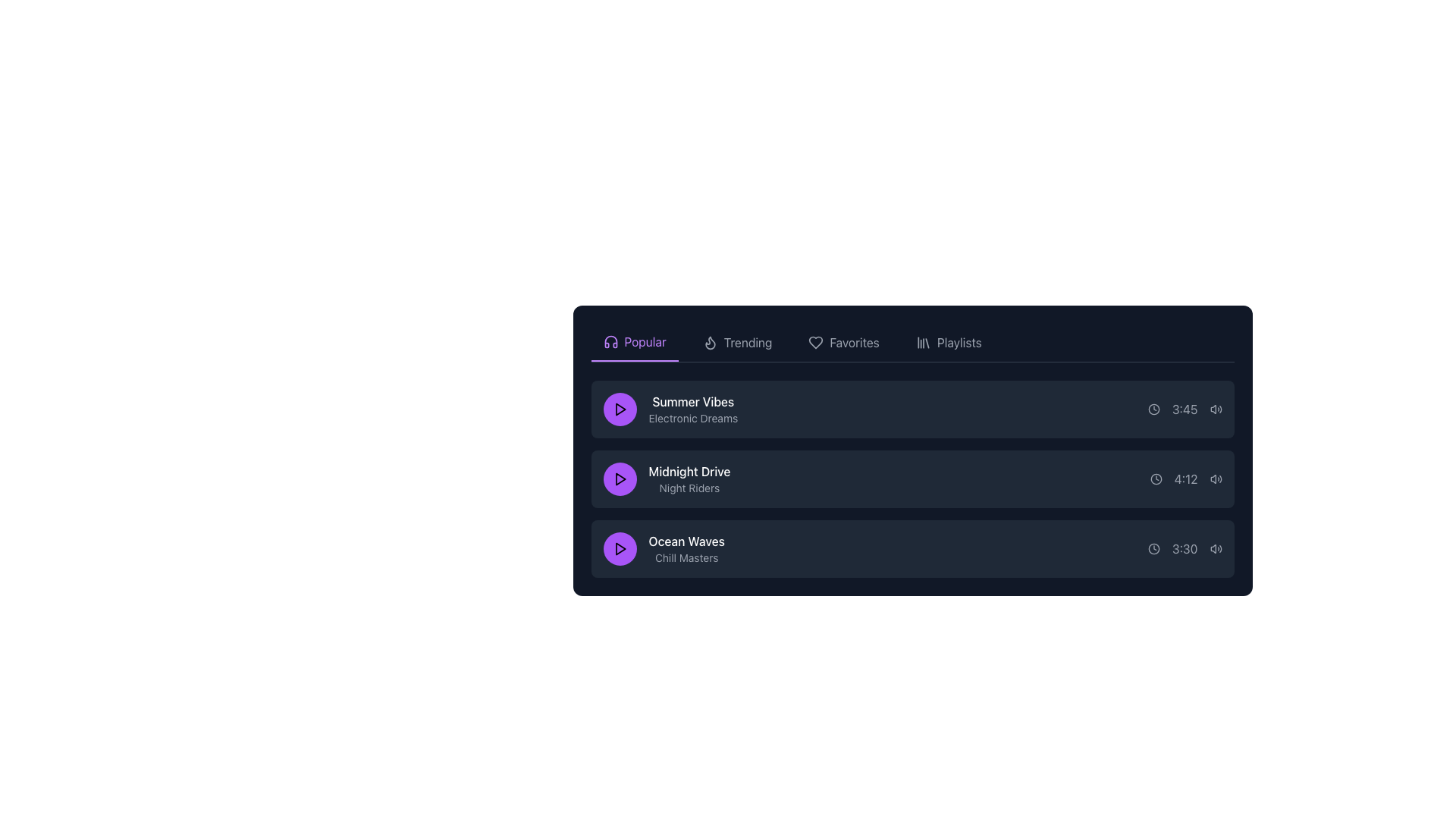 The image size is (1456, 819). What do you see at coordinates (1220, 479) in the screenshot?
I see `the loudest sound wave icon in the volume component, which is the outermost curve of the sound wave icon located to the right of the song list` at bounding box center [1220, 479].